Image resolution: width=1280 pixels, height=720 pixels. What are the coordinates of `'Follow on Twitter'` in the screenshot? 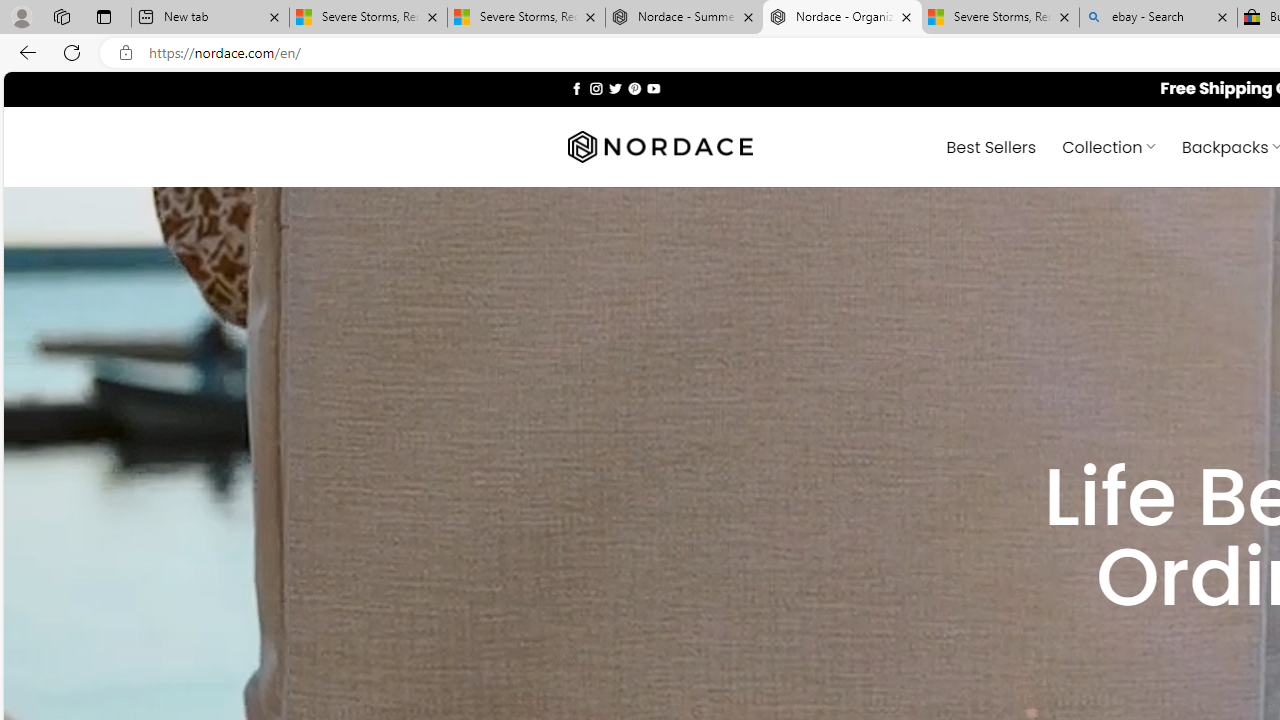 It's located at (614, 87).